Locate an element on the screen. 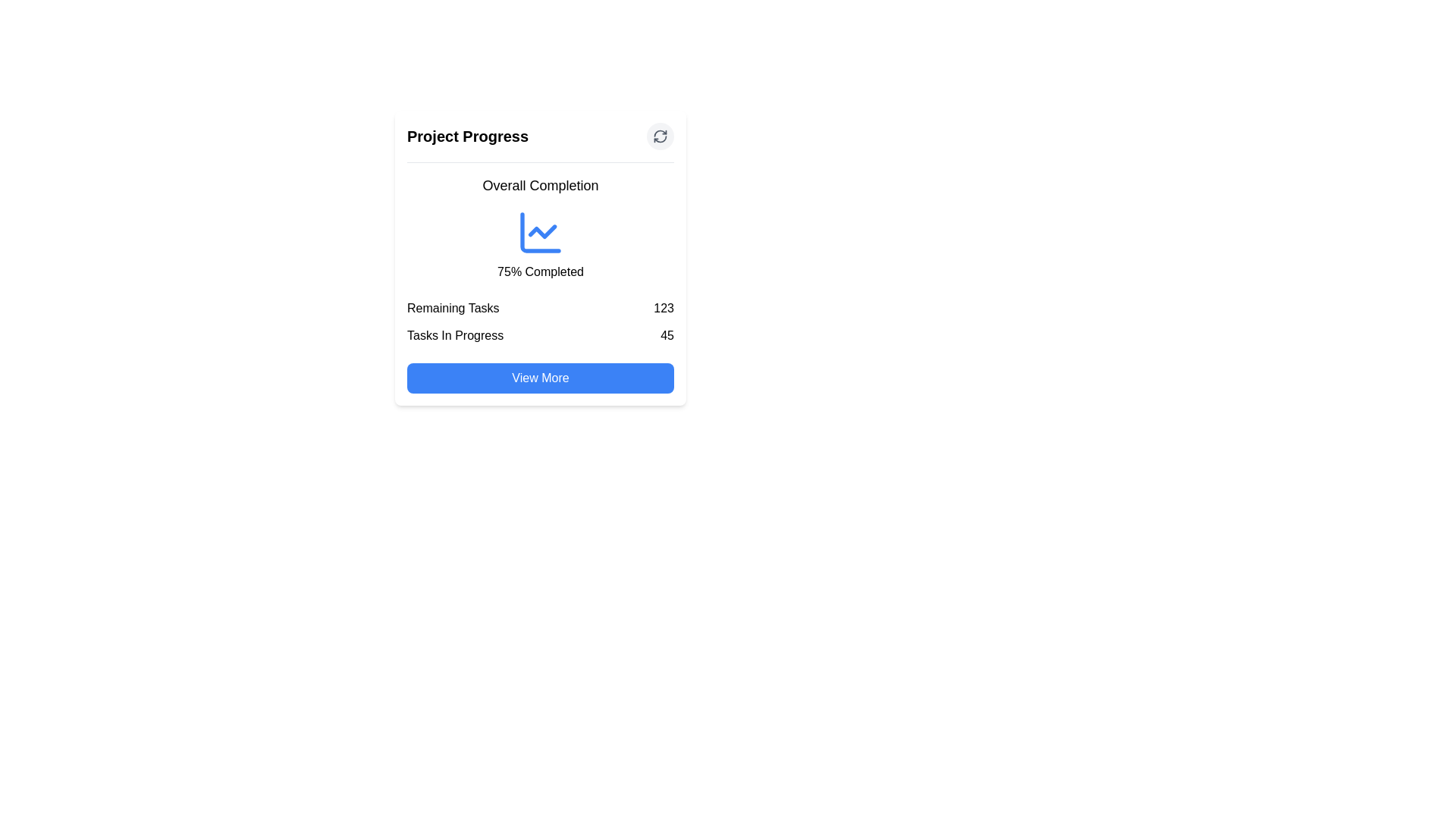 Image resolution: width=1456 pixels, height=819 pixels. the line chart icon styled with blue and white colors, which is centrally located within the card layout under 'Overall Completion' and above '75% Completed' is located at coordinates (541, 233).